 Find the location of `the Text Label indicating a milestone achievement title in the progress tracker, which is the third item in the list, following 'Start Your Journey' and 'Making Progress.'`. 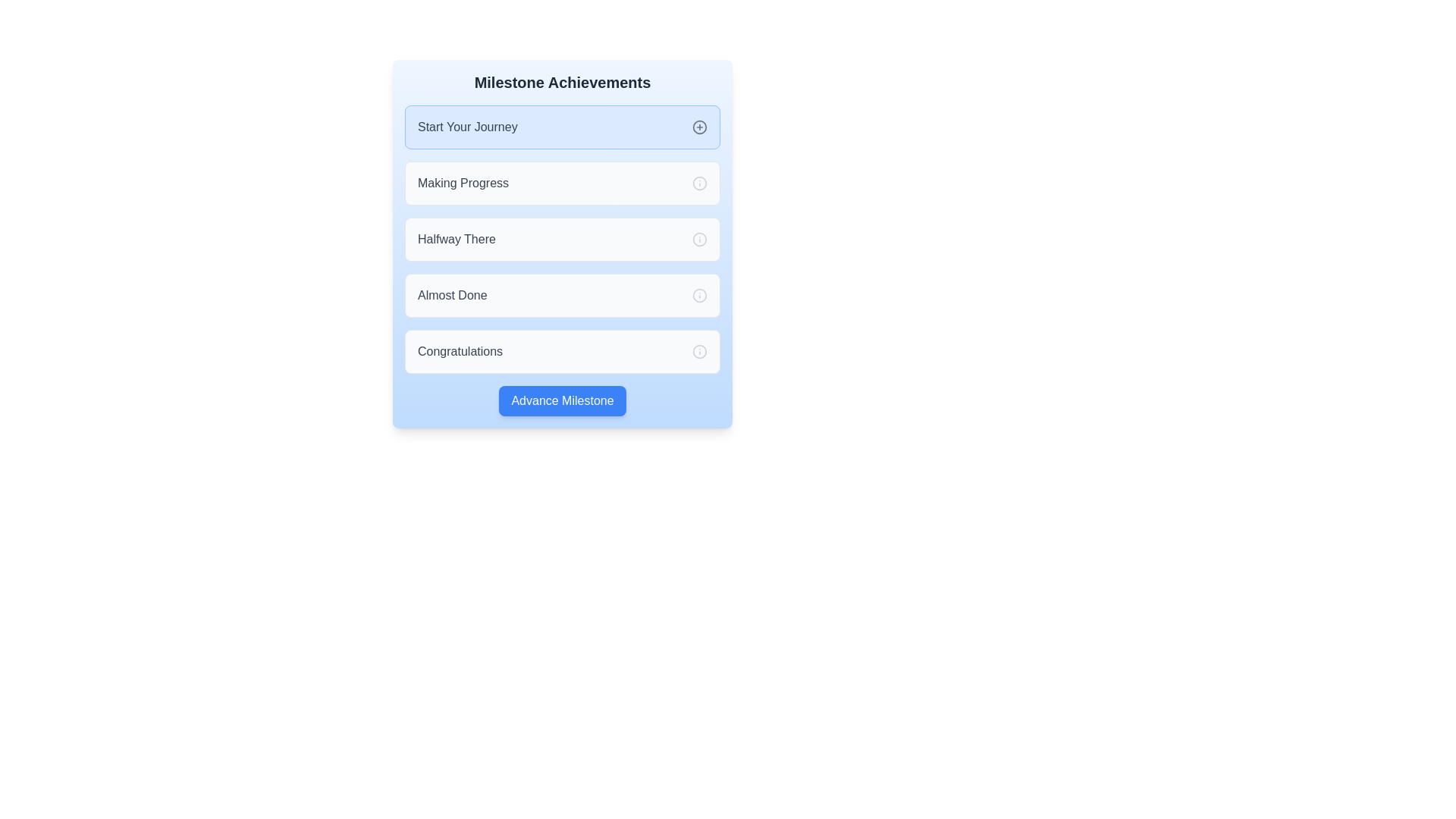

the Text Label indicating a milestone achievement title in the progress tracker, which is the third item in the list, following 'Start Your Journey' and 'Making Progress.' is located at coordinates (456, 239).